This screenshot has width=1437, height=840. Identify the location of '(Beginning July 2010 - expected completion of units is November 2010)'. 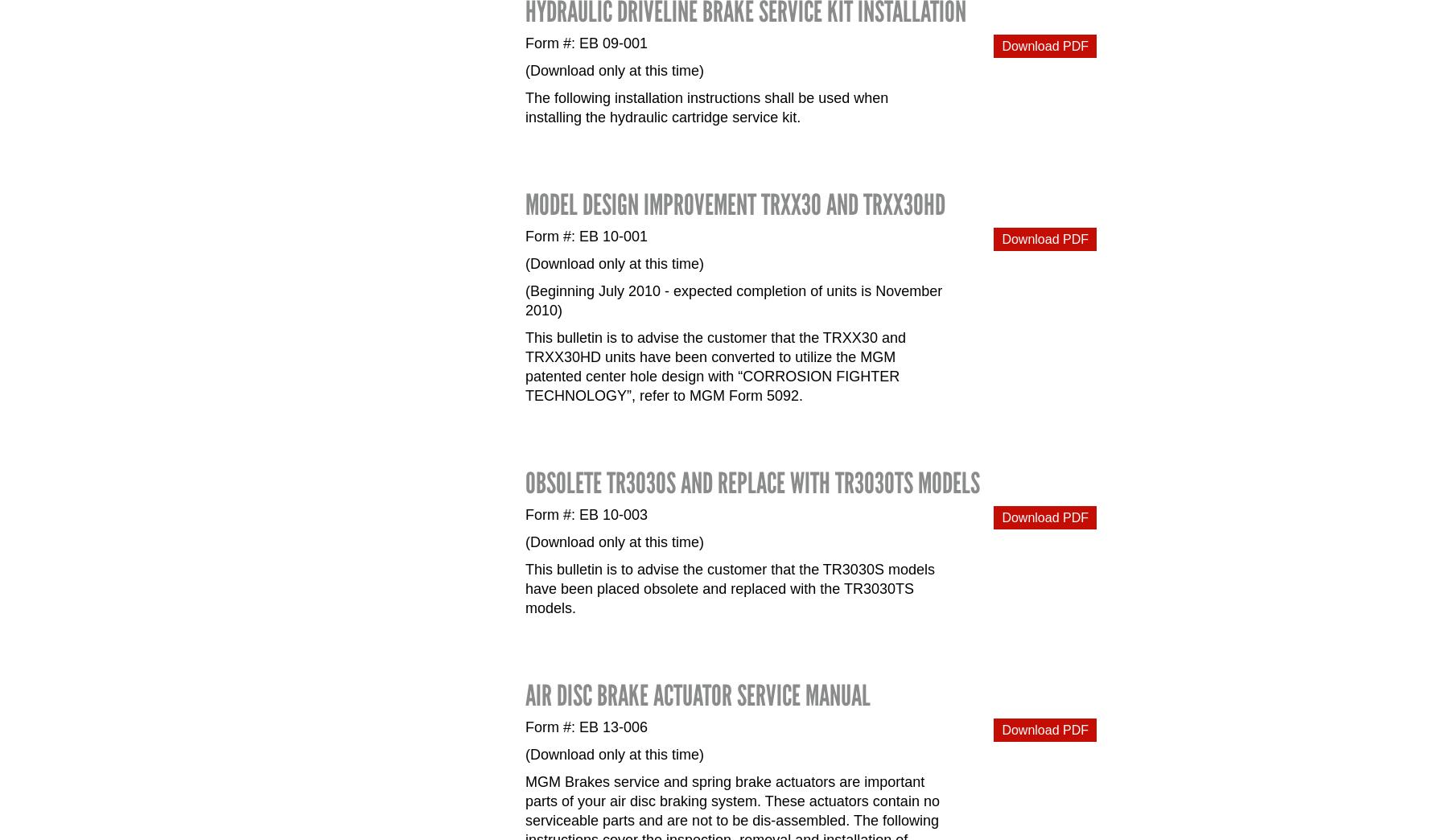
(733, 300).